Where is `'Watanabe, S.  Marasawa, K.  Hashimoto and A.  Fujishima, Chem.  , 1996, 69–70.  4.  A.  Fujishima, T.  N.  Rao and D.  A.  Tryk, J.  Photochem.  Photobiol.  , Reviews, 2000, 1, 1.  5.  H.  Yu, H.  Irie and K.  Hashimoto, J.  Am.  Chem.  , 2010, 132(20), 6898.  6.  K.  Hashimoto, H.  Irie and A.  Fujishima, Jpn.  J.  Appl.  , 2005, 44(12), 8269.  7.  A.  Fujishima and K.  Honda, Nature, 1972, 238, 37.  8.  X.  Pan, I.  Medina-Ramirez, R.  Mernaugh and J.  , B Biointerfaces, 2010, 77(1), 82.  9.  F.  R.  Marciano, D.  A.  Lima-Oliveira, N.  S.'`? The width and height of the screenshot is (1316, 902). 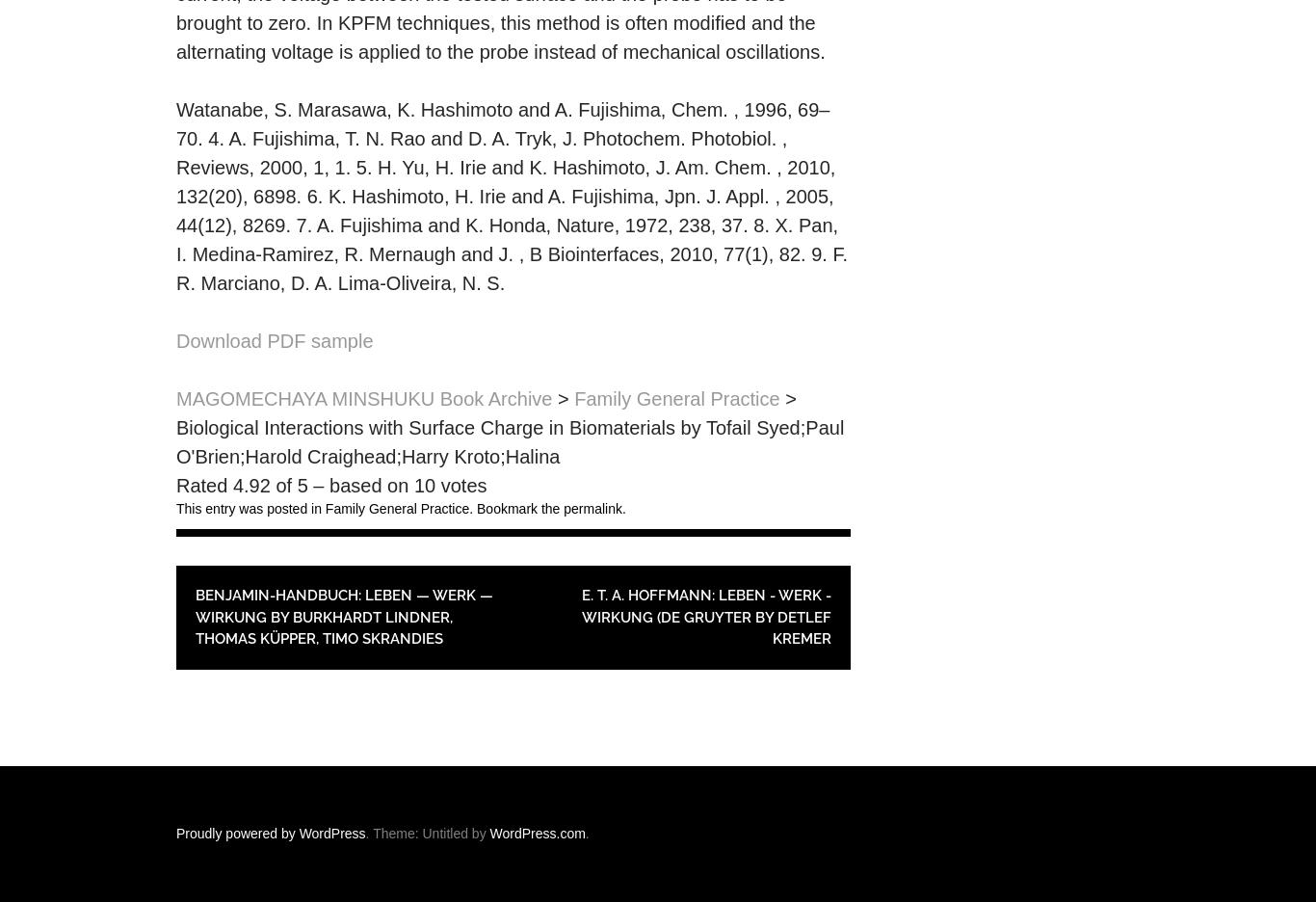 'Watanabe, S.  Marasawa, K.  Hashimoto and A.  Fujishima, Chem.  , 1996, 69–70.  4.  A.  Fujishima, T.  N.  Rao and D.  A.  Tryk, J.  Photochem.  Photobiol.  , Reviews, 2000, 1, 1.  5.  H.  Yu, H.  Irie and K.  Hashimoto, J.  Am.  Chem.  , 2010, 132(20), 6898.  6.  K.  Hashimoto, H.  Irie and A.  Fujishima, Jpn.  J.  Appl.  , 2005, 44(12), 8269.  7.  A.  Fujishima and K.  Honda, Nature, 1972, 238, 37.  8.  X.  Pan, I.  Medina-Ramirez, R.  Mernaugh and J.  , B Biointerfaces, 2010, 77(1), 82.  9.  F.  R.  Marciano, D.  A.  Lima-Oliveira, N.  S.' is located at coordinates (512, 196).